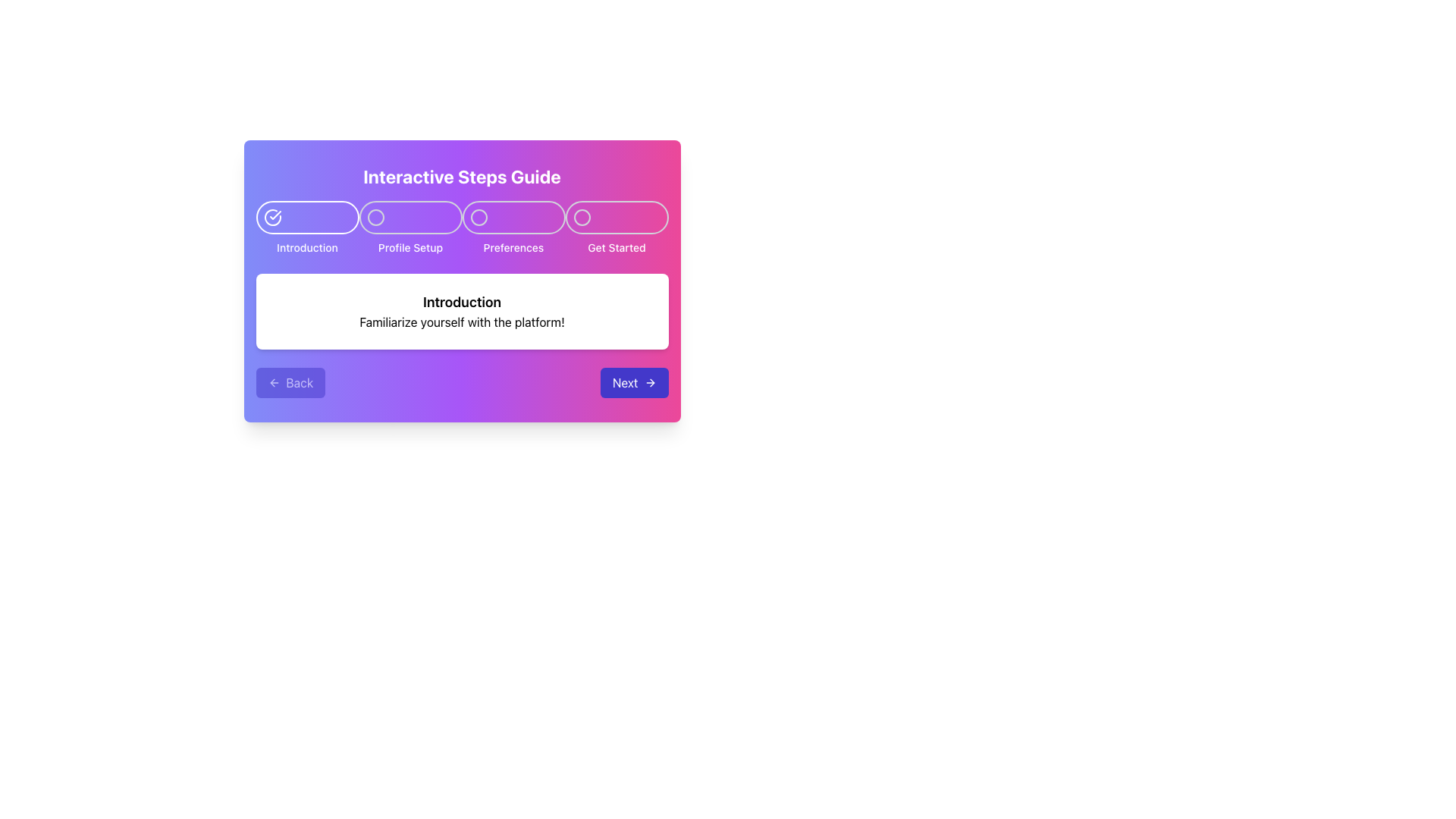  What do you see at coordinates (410, 227) in the screenshot?
I see `the 'Profile Setup' icon button, which is the second step in the navigation bar` at bounding box center [410, 227].